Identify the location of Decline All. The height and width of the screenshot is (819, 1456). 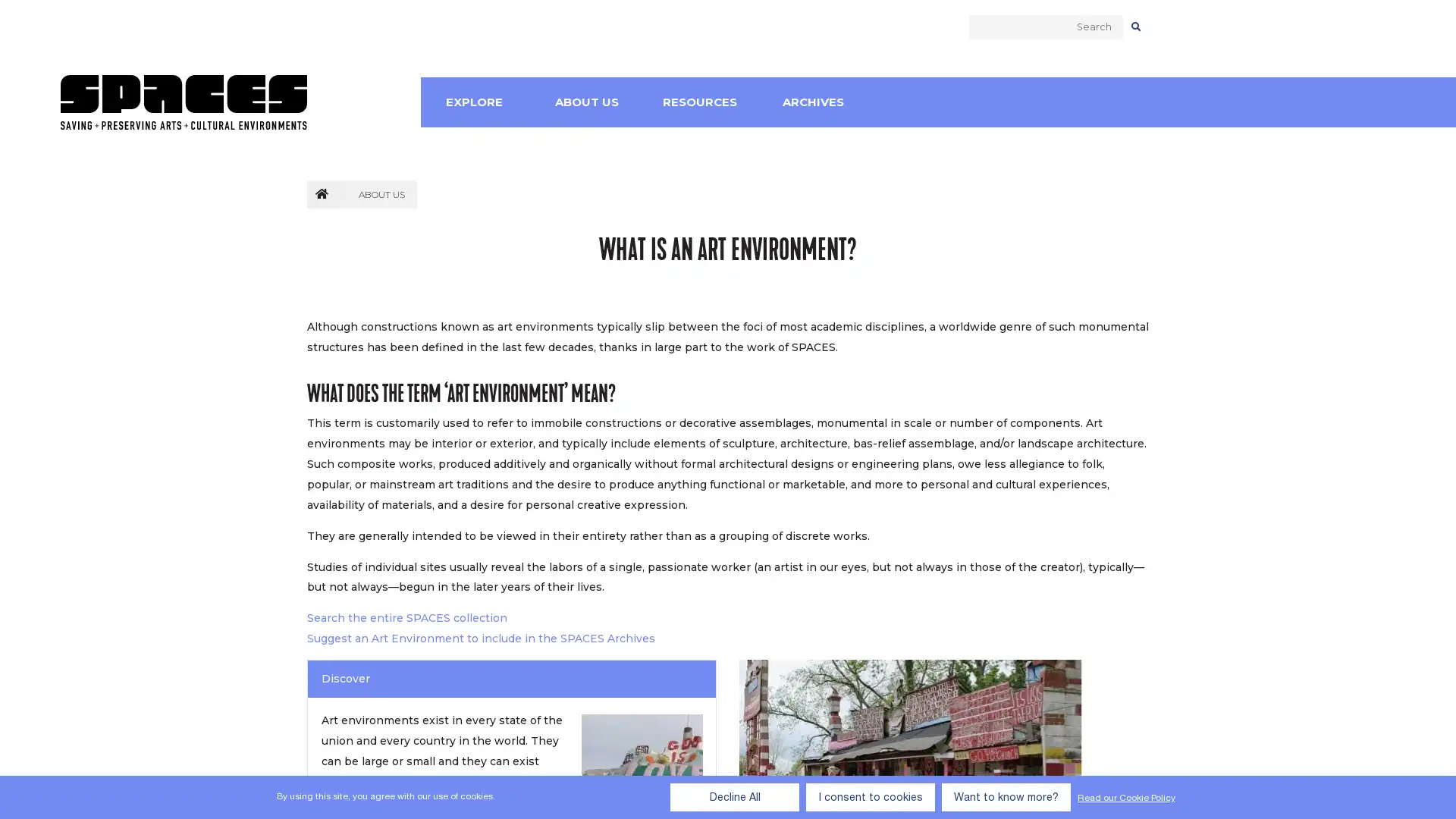
(735, 796).